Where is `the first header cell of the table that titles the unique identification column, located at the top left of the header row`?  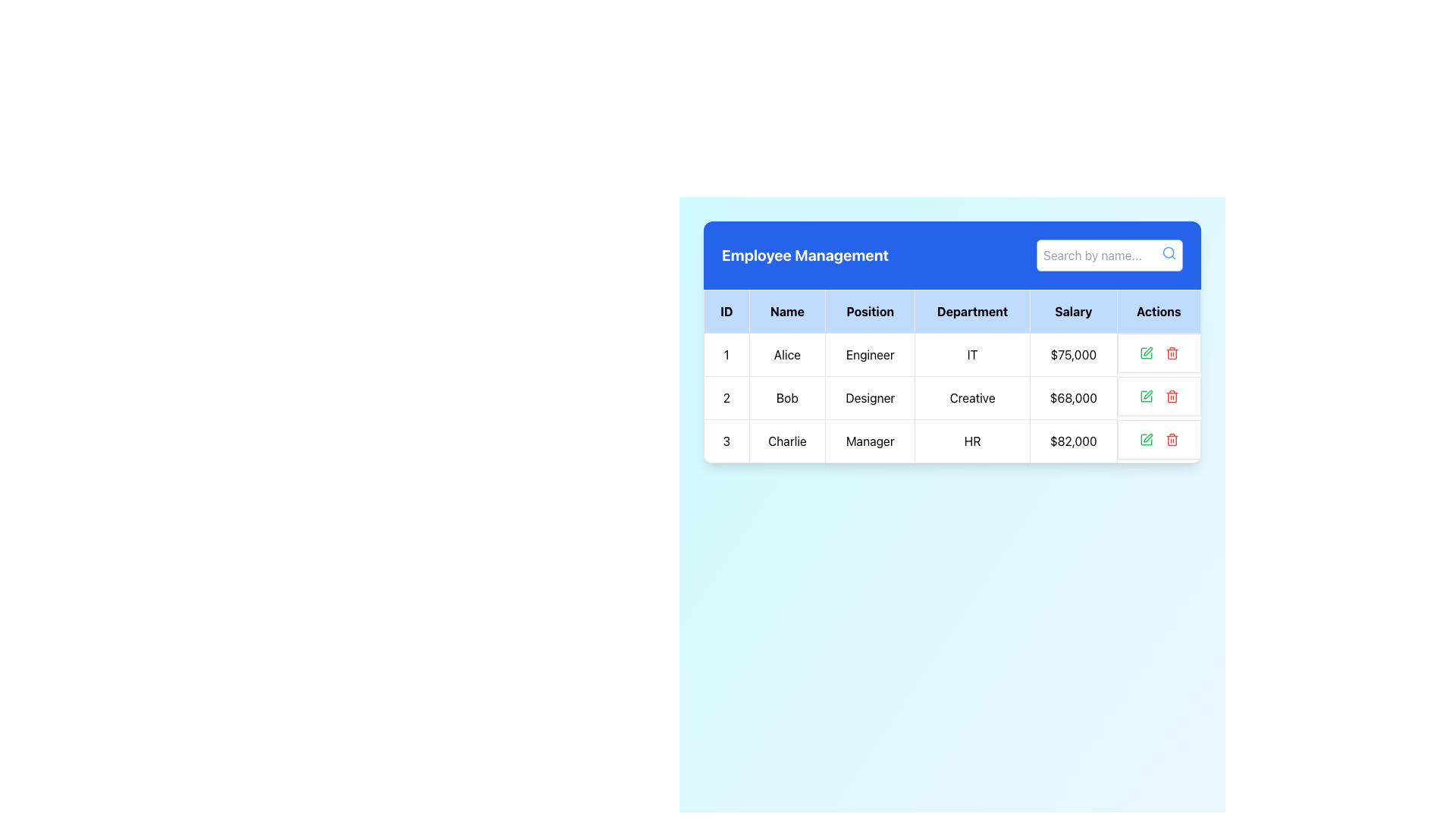 the first header cell of the table that titles the unique identification column, located at the top left of the header row is located at coordinates (726, 311).